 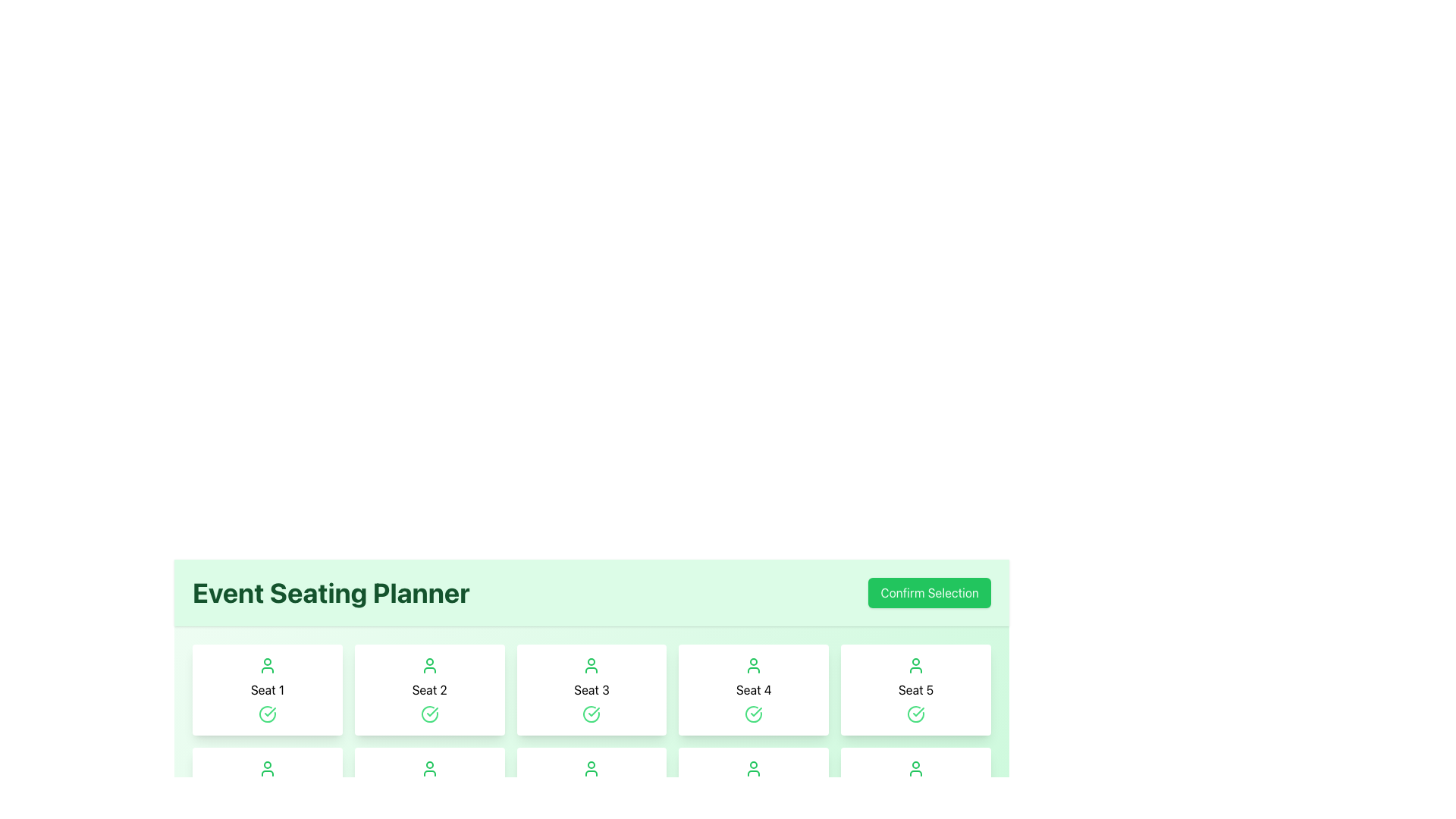 I want to click on the decorative icon representing Seat 2, which is located in the top center part of the box labeled 'Seat 2', positioned above the green check mark and below the header text, so click(x=428, y=665).